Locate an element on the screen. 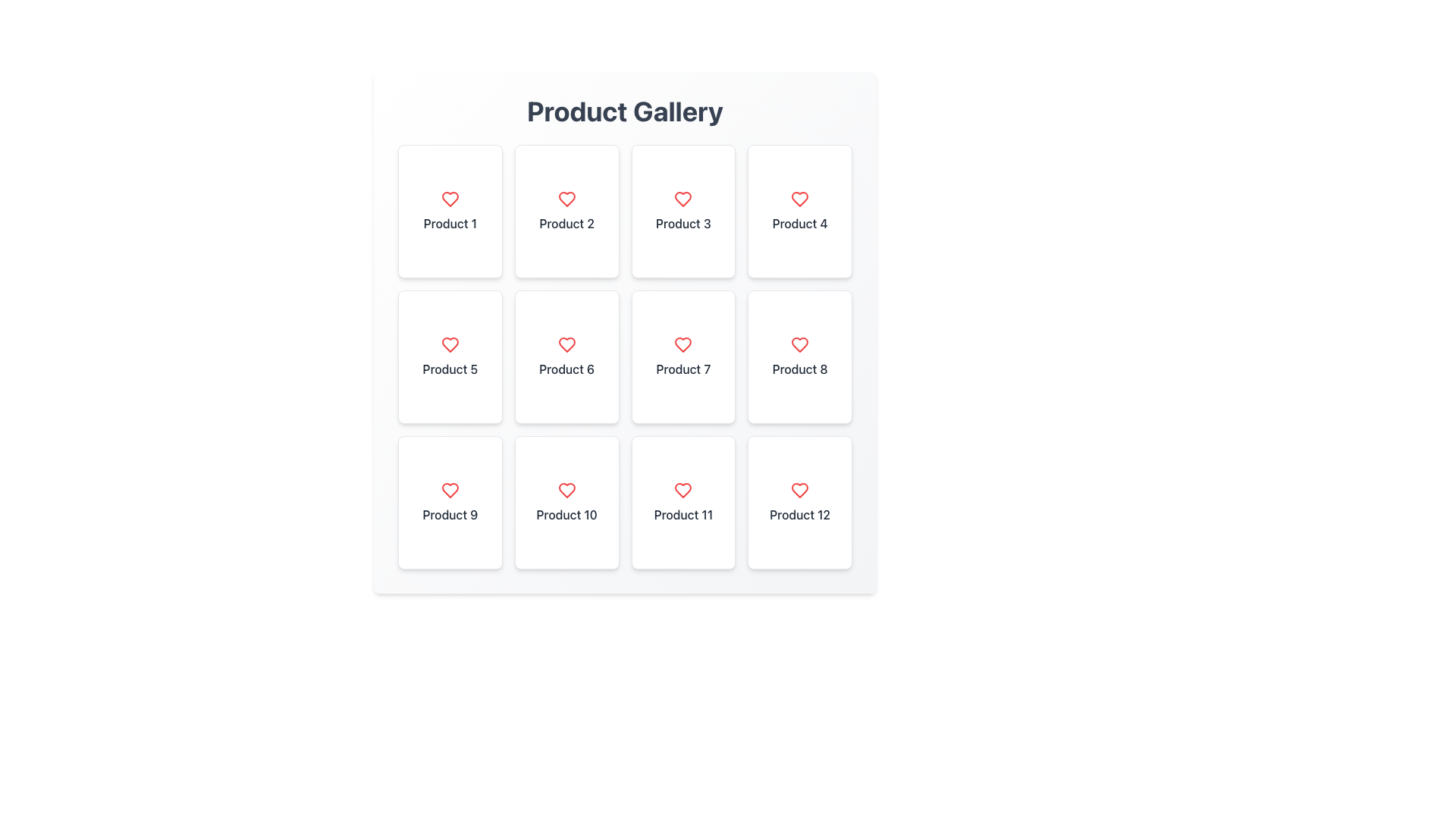  the heart-shaped icon with a red stroke located within the Product 9 card in the first column of the third row is located at coordinates (449, 491).